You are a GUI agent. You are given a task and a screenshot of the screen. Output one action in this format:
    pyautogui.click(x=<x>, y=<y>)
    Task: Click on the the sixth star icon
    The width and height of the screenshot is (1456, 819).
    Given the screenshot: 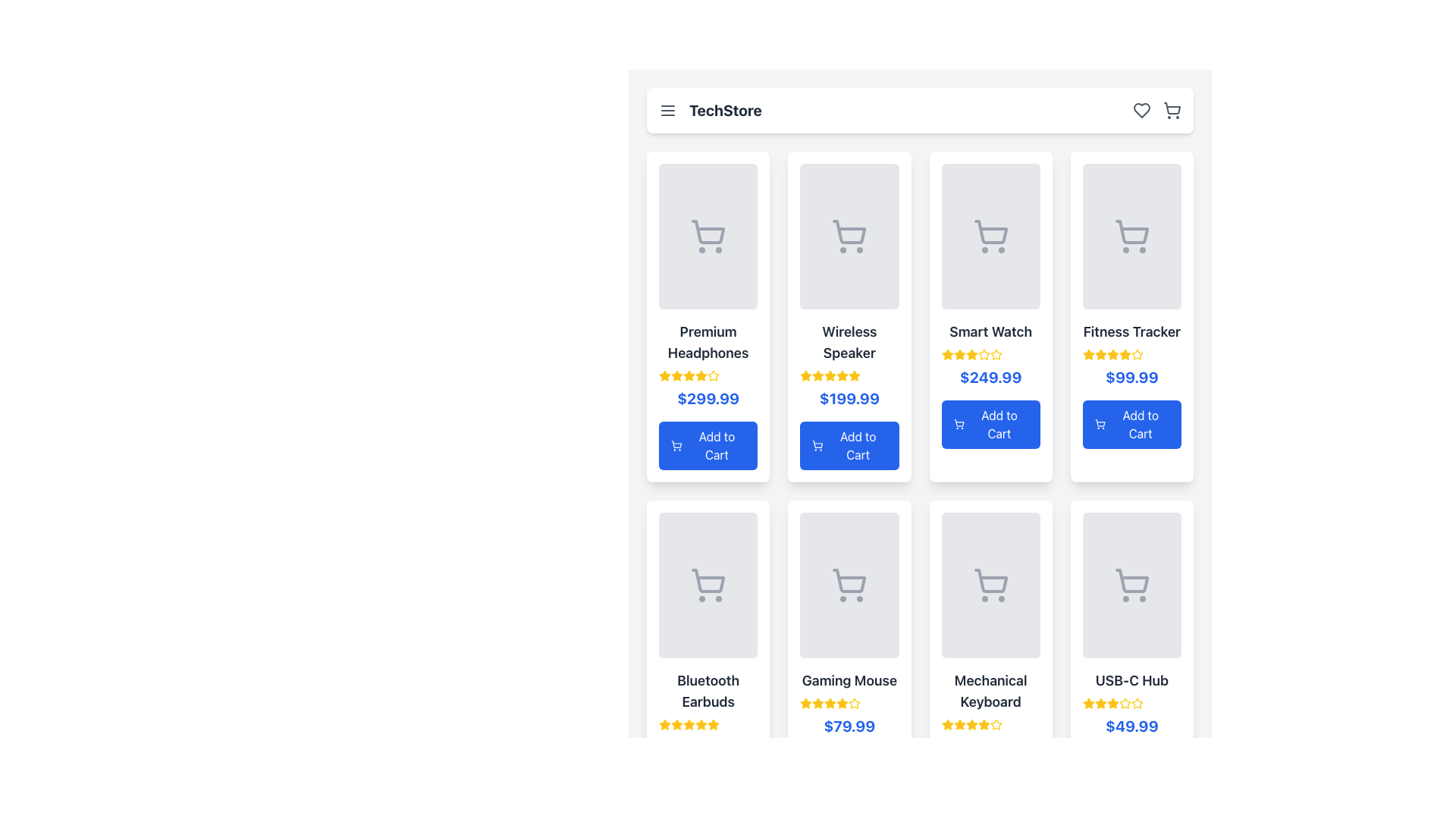 What is the action you would take?
    pyautogui.click(x=1125, y=704)
    